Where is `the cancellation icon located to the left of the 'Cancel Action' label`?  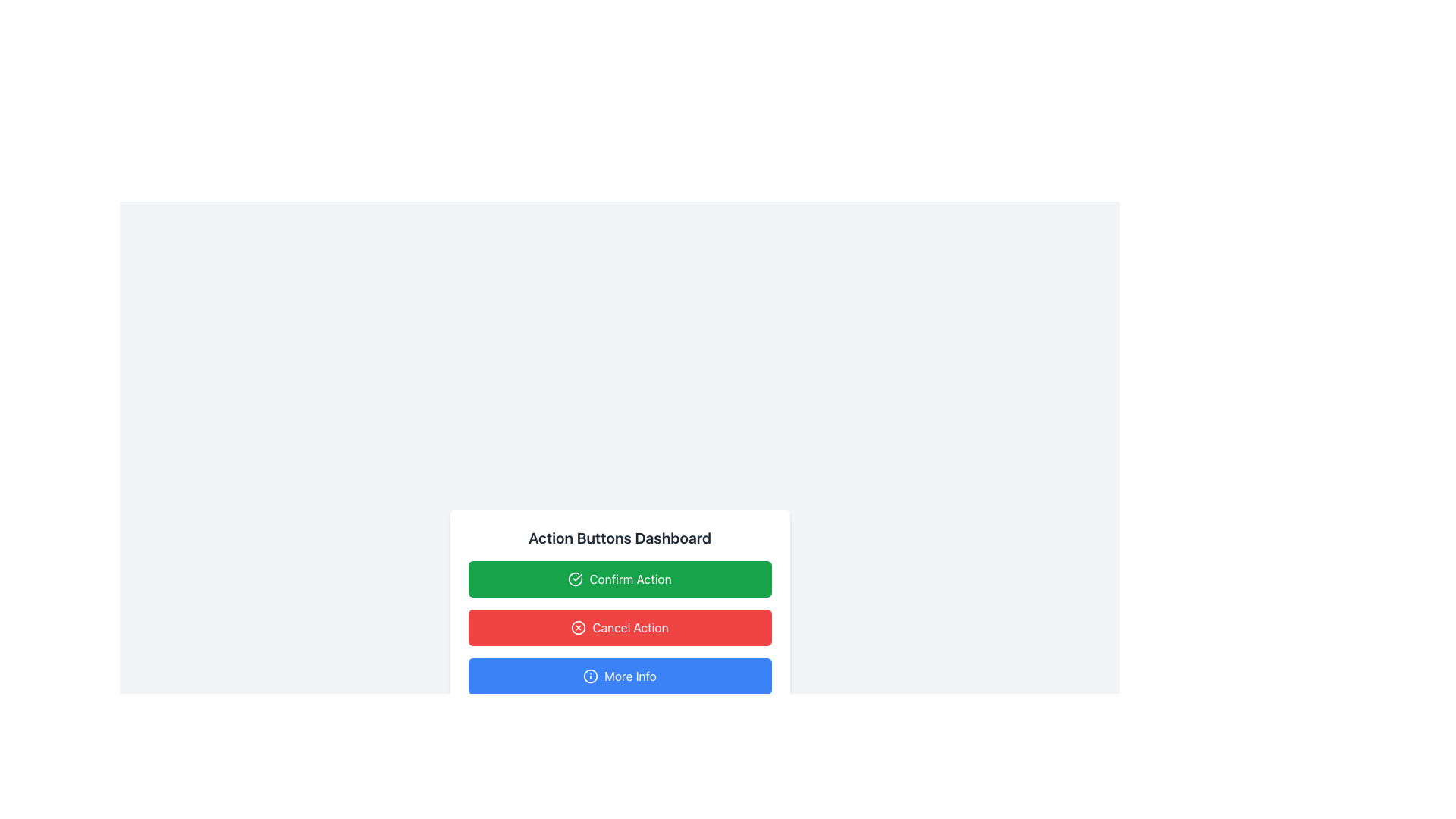 the cancellation icon located to the left of the 'Cancel Action' label is located at coordinates (578, 628).